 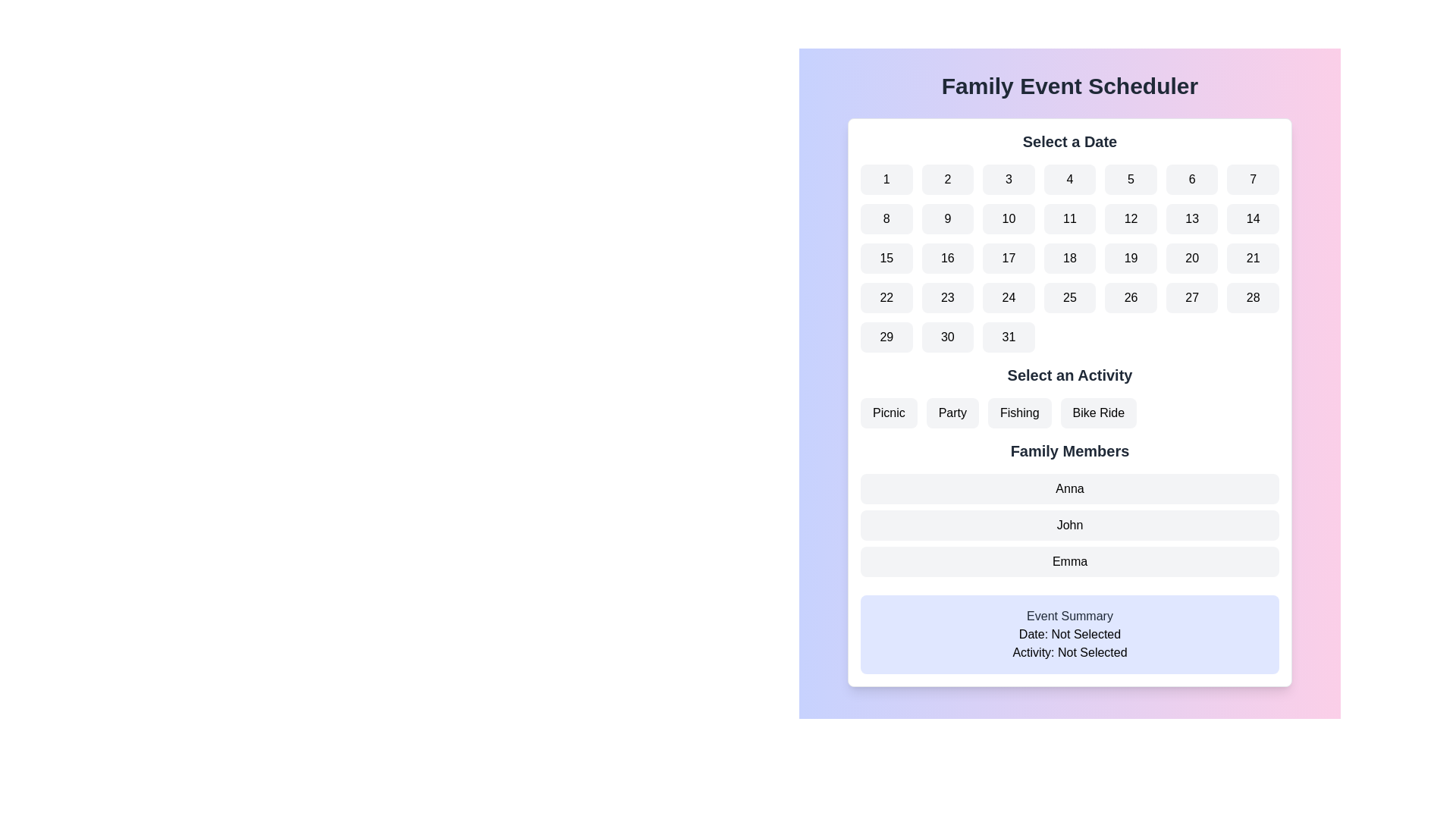 What do you see at coordinates (1253, 178) in the screenshot?
I see `the button labeled '7' in the date selection section` at bounding box center [1253, 178].